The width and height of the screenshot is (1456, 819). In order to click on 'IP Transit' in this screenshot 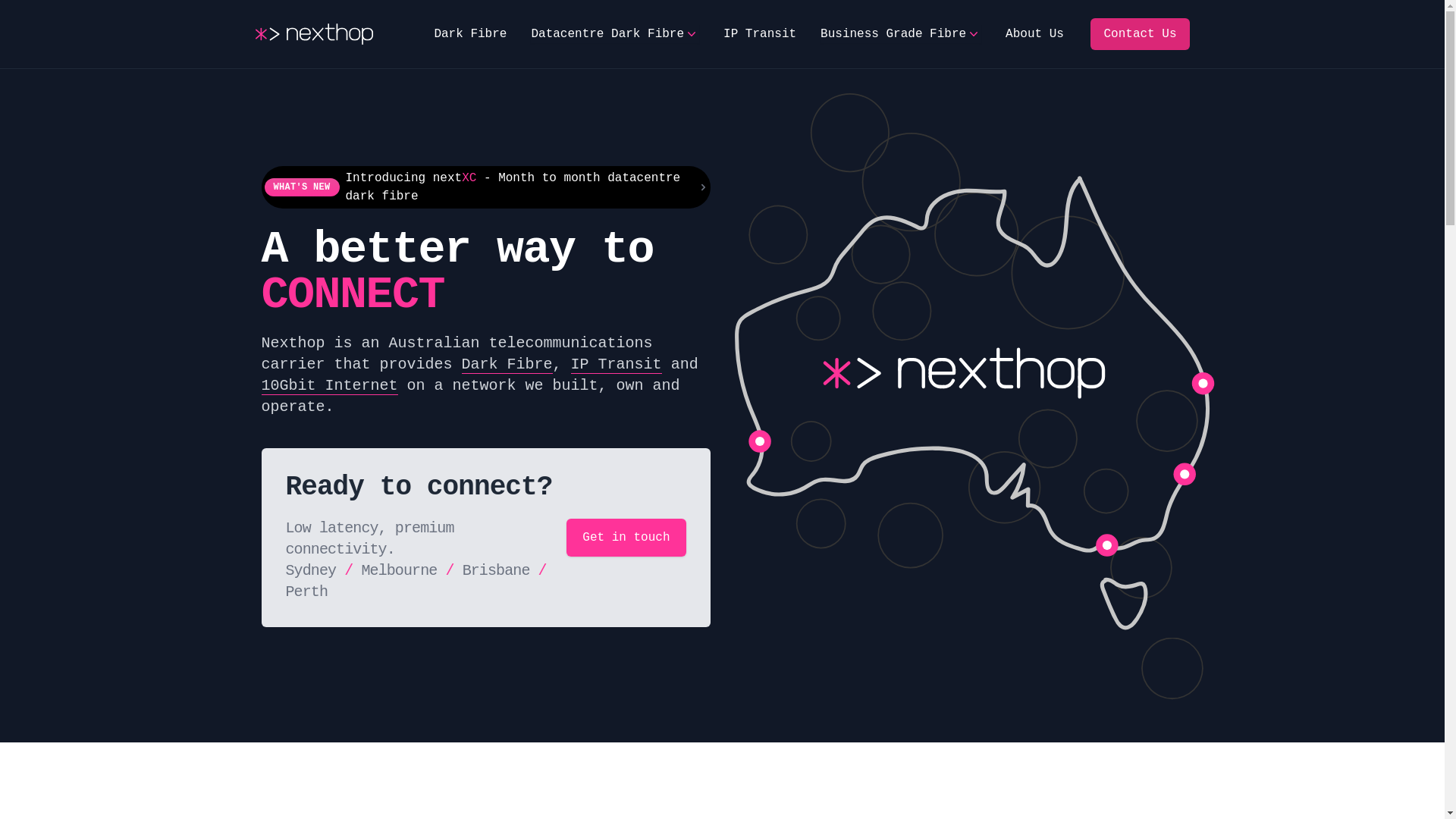, I will do `click(723, 34)`.